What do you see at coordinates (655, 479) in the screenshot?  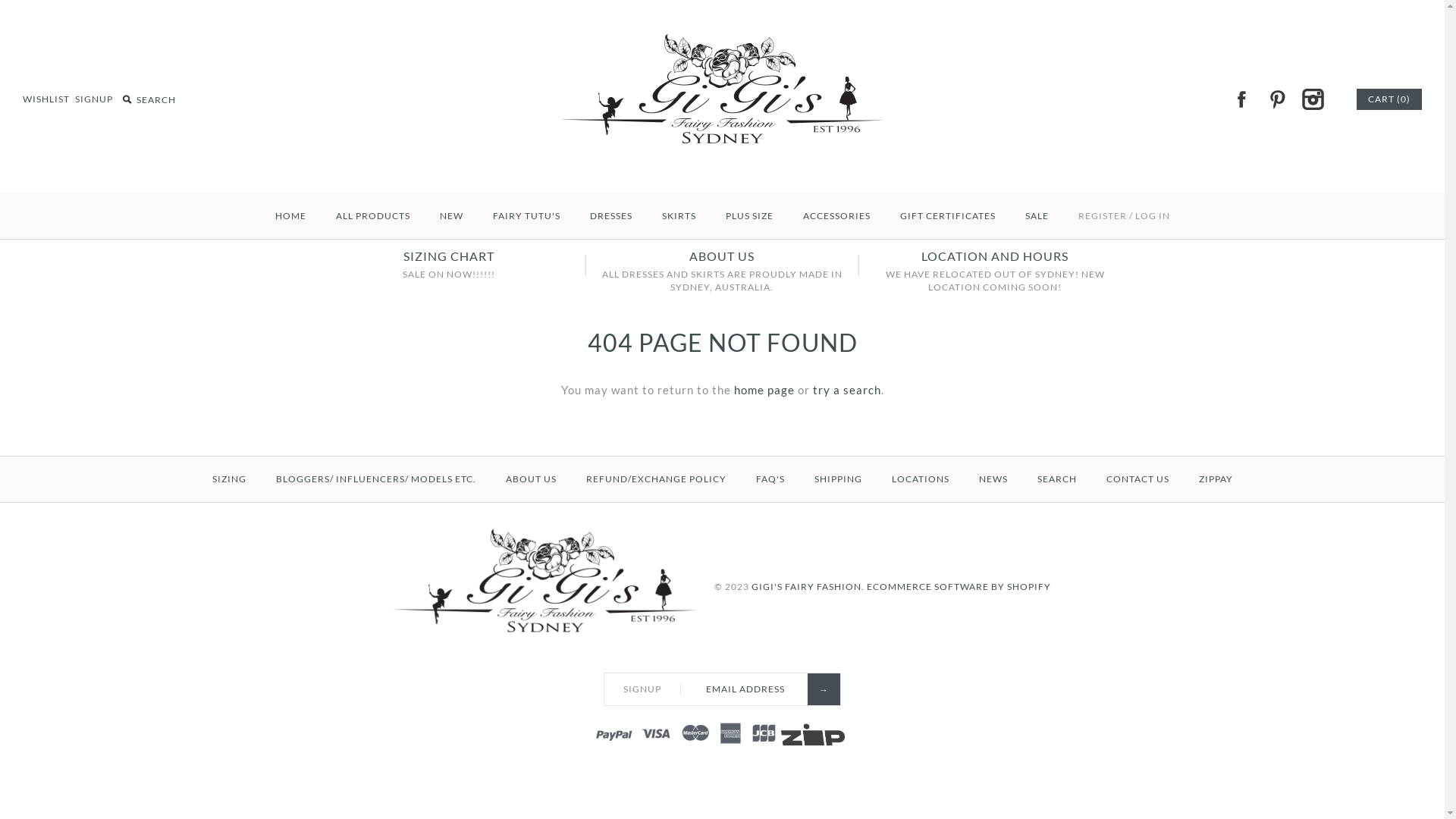 I see `'REFUND/EXCHANGE POLICY'` at bounding box center [655, 479].